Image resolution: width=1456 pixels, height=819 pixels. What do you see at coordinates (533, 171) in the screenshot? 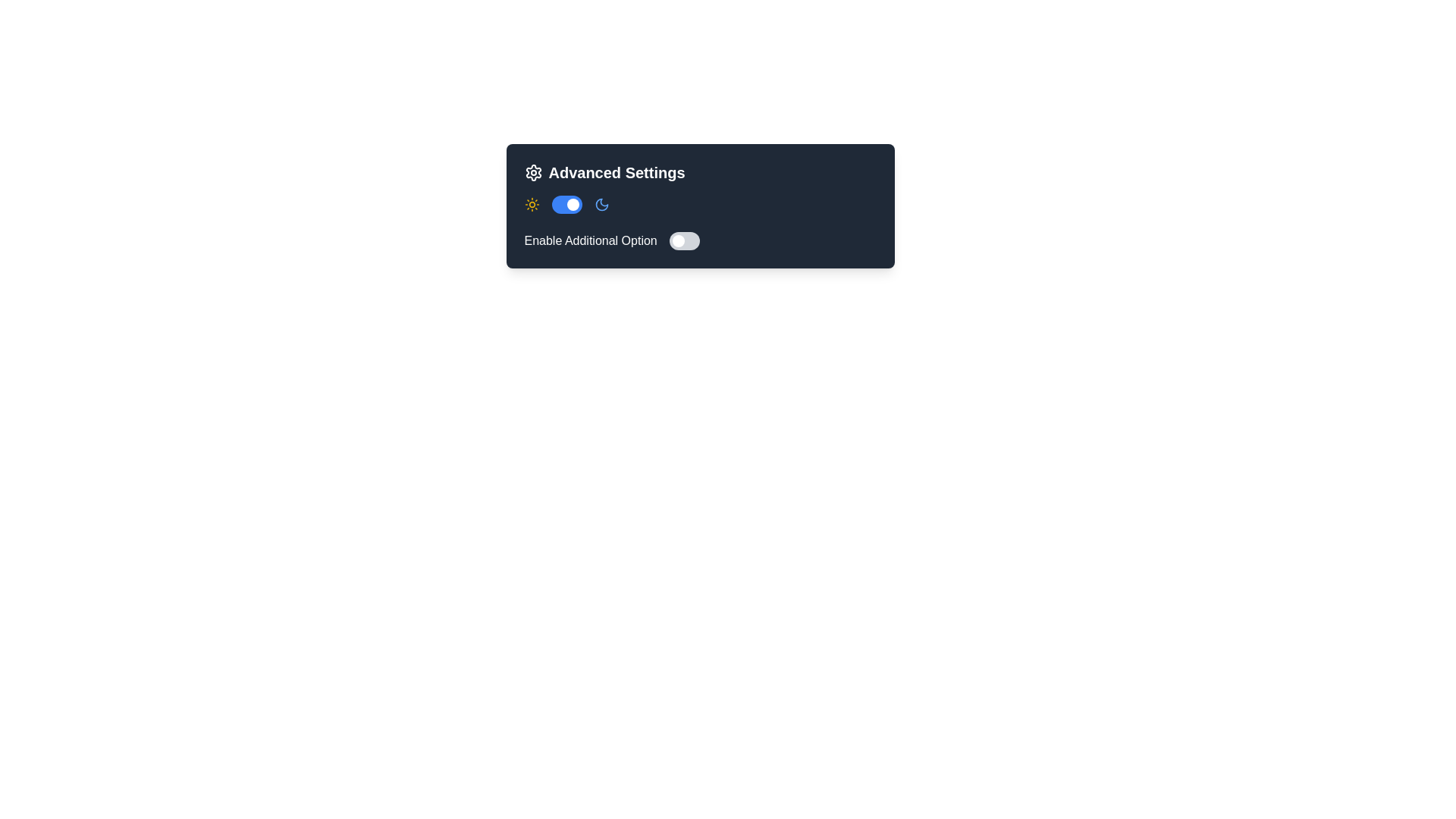
I see `the gear icon located at the top-left corner of the settings panel, preceding the heading 'Advanced Settings'` at bounding box center [533, 171].